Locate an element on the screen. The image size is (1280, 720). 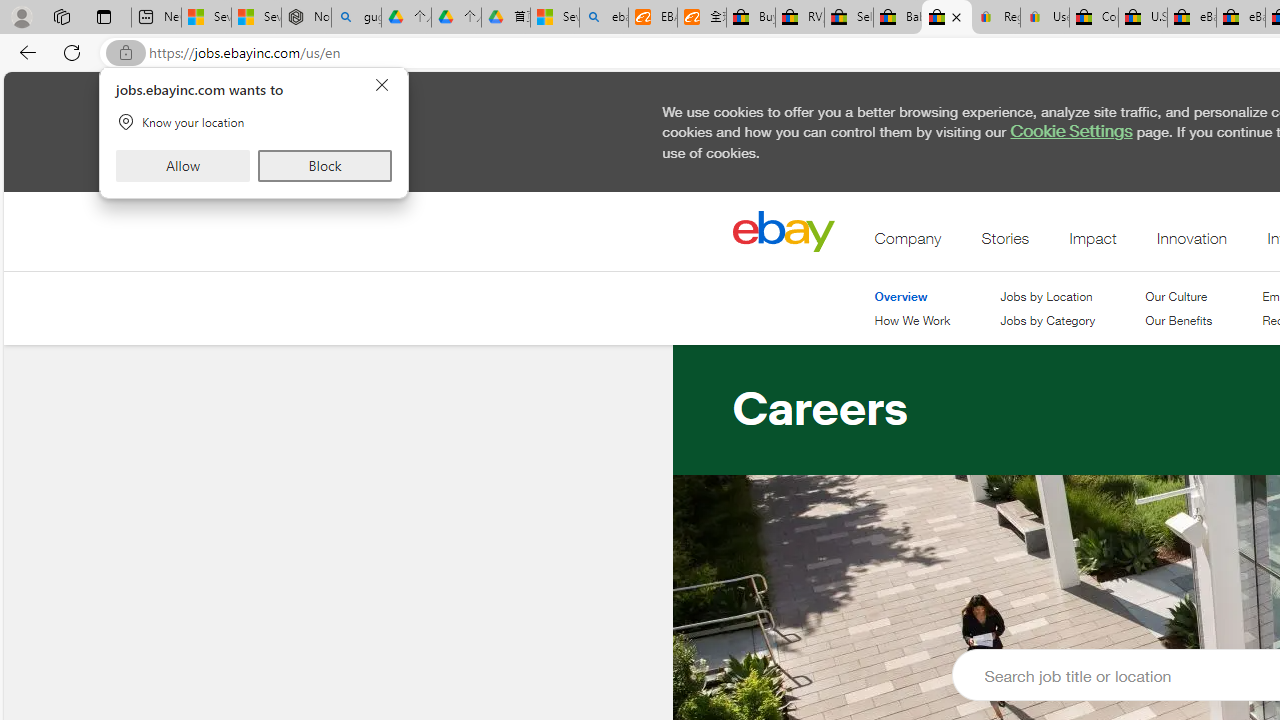
'How We Work' is located at coordinates (911, 320).